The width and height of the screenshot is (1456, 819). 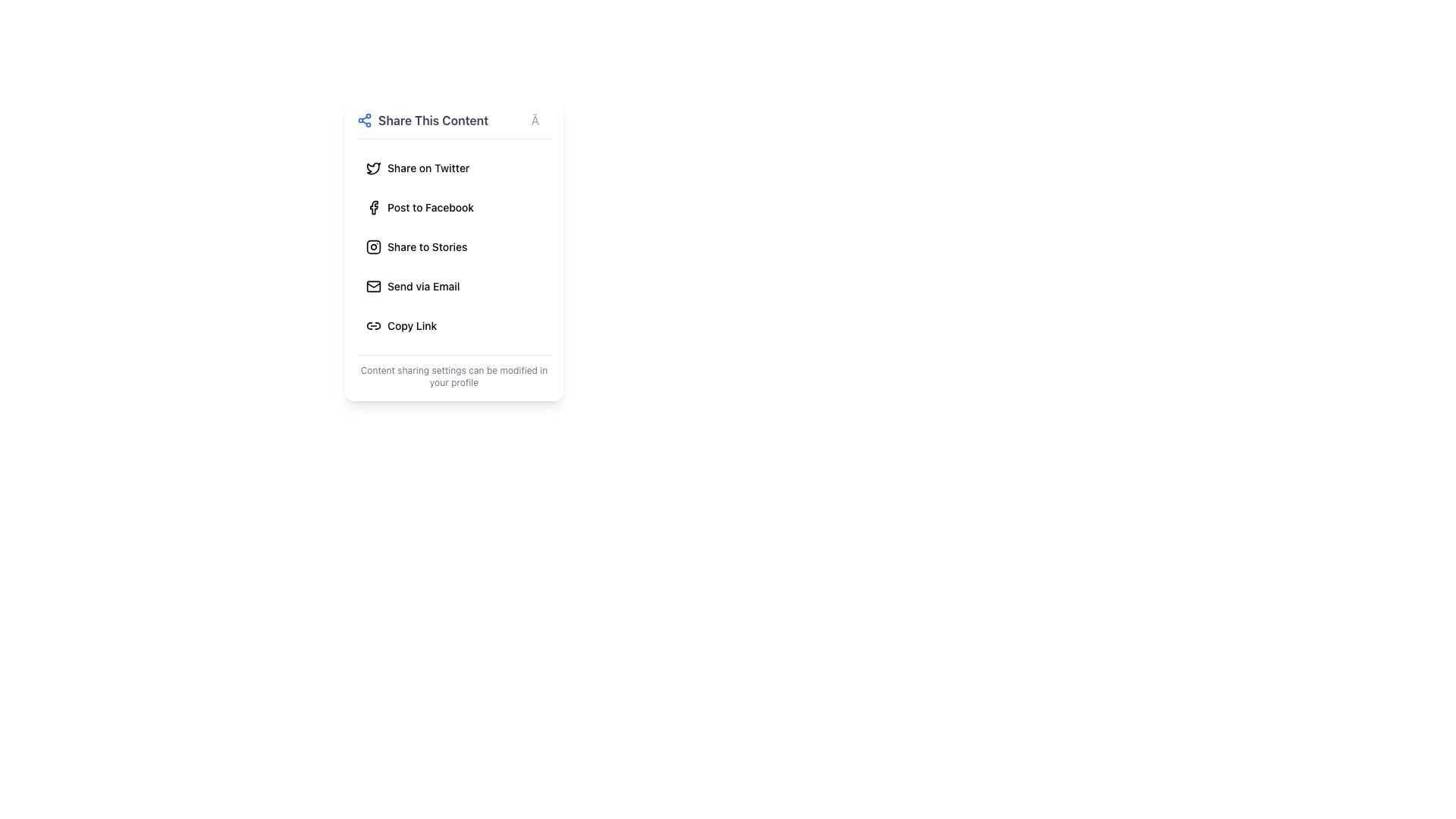 I want to click on the Twitter icon, which resembles a stylized bird in flight, located to the left of the 'Share on Twitter' text in the share menu interface, so click(x=374, y=168).